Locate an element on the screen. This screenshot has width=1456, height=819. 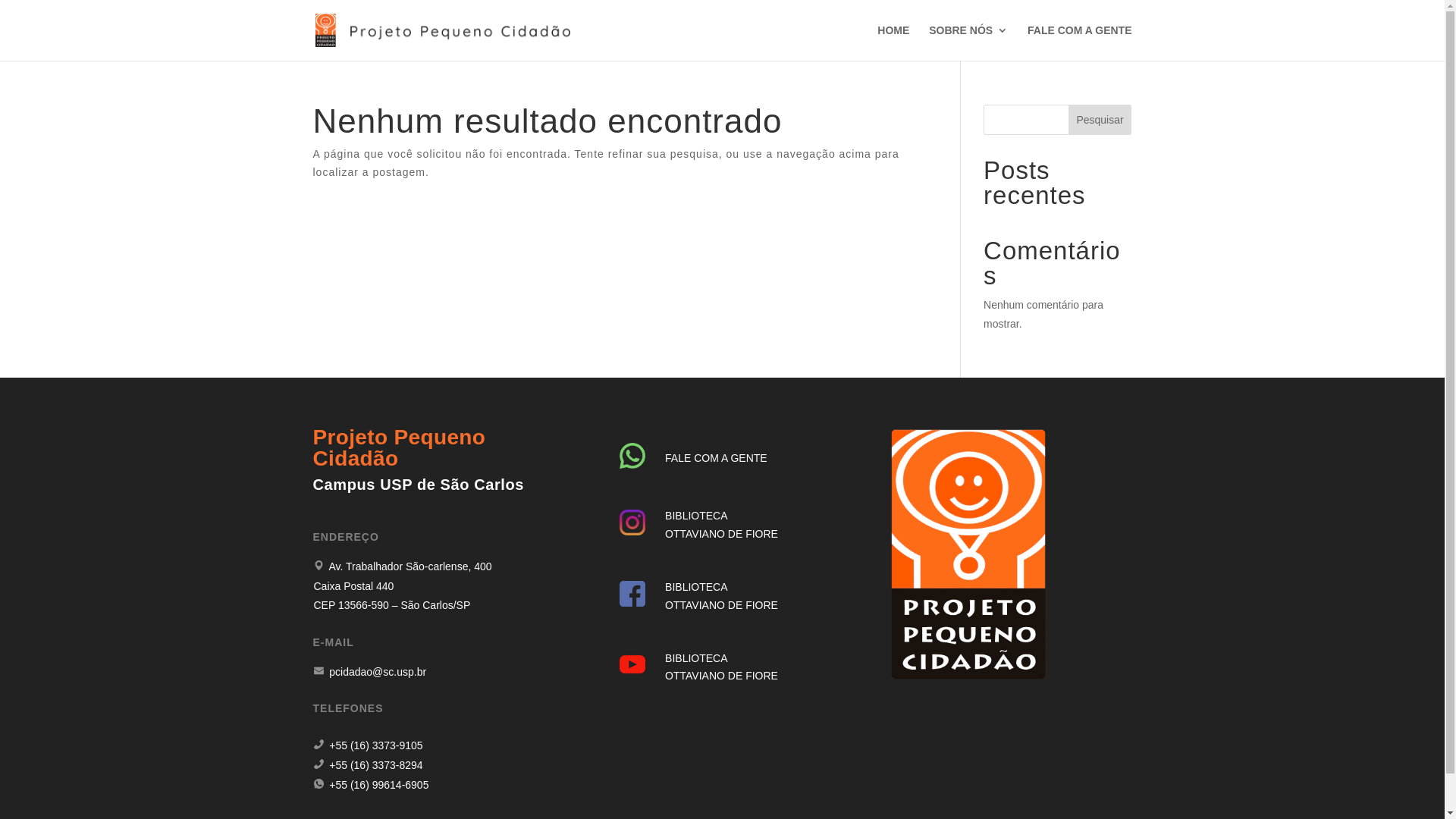
'Pesquisar' is located at coordinates (1068, 119).